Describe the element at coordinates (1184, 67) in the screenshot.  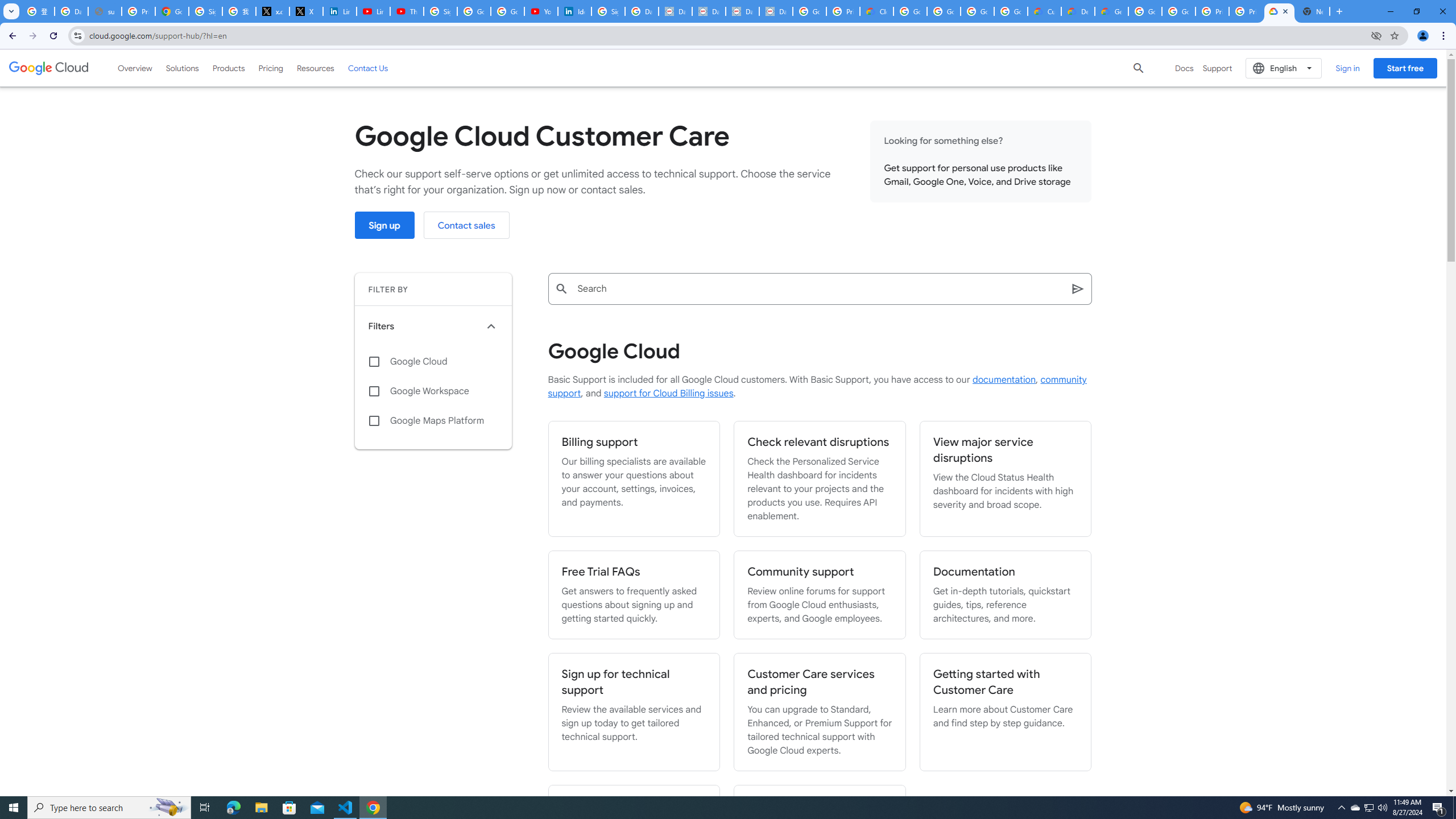
I see `'Docs'` at that location.